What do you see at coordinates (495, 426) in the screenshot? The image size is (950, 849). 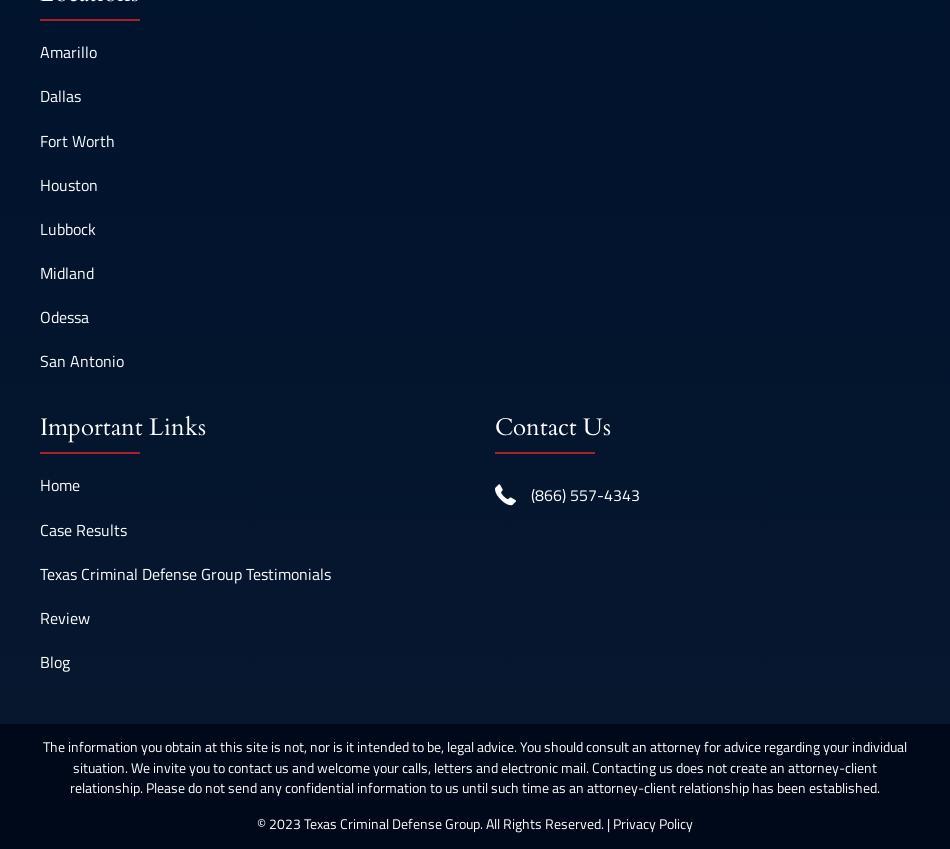 I see `'Contact Us'` at bounding box center [495, 426].